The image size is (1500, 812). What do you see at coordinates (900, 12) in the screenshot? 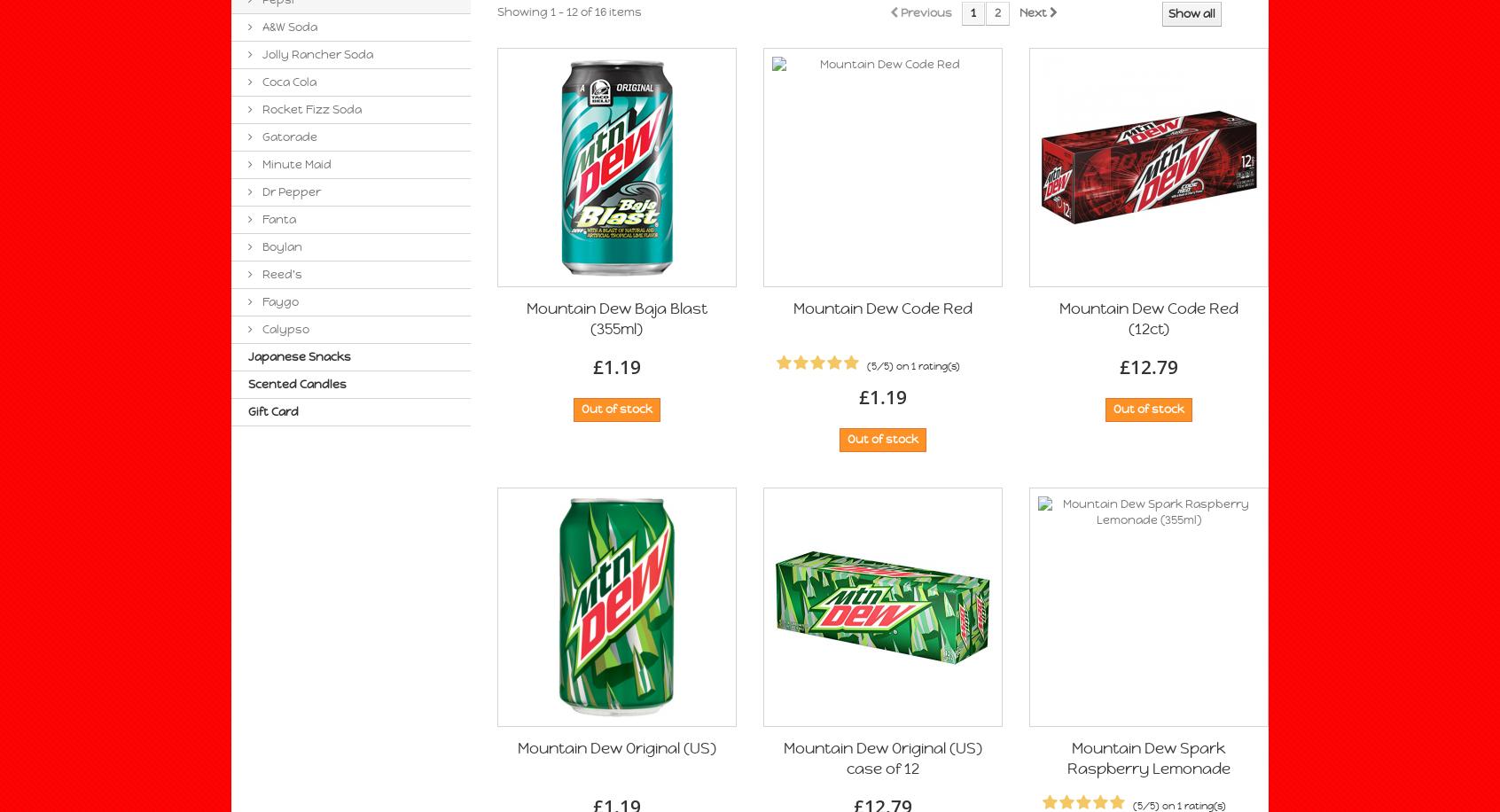
I see `'Previous'` at bounding box center [900, 12].